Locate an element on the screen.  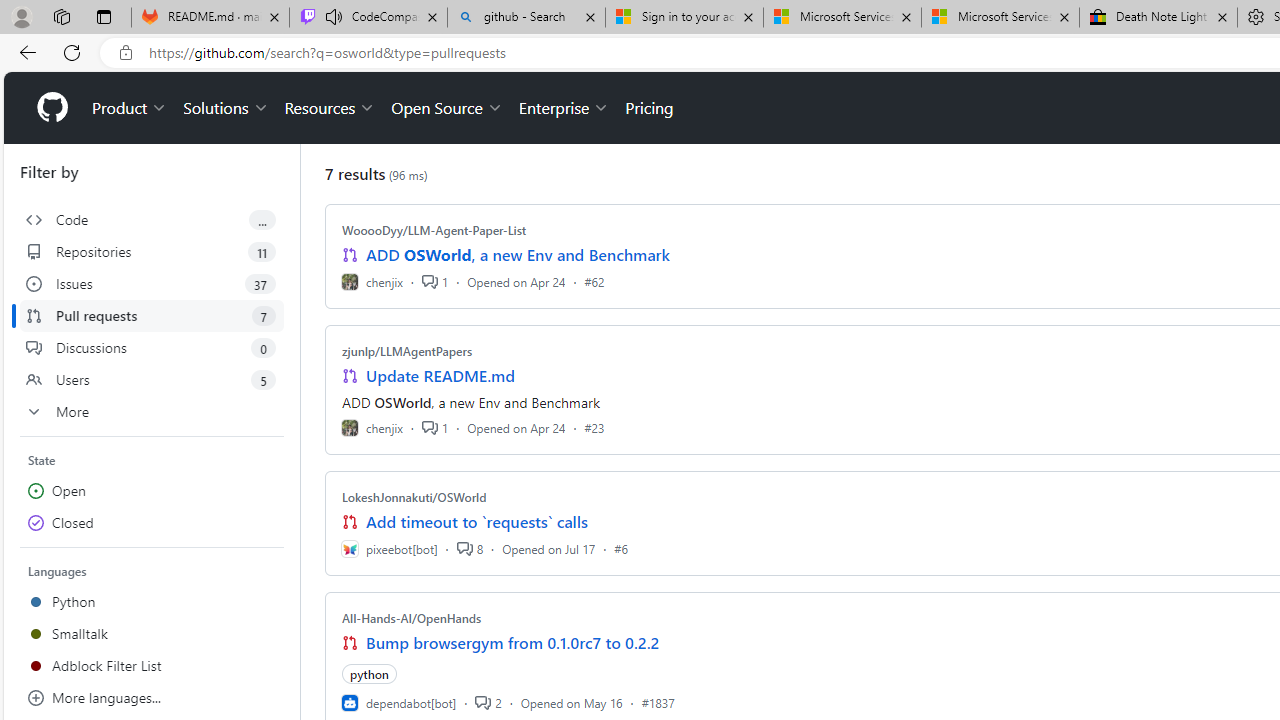
'pixeebot[bot]' is located at coordinates (389, 548).